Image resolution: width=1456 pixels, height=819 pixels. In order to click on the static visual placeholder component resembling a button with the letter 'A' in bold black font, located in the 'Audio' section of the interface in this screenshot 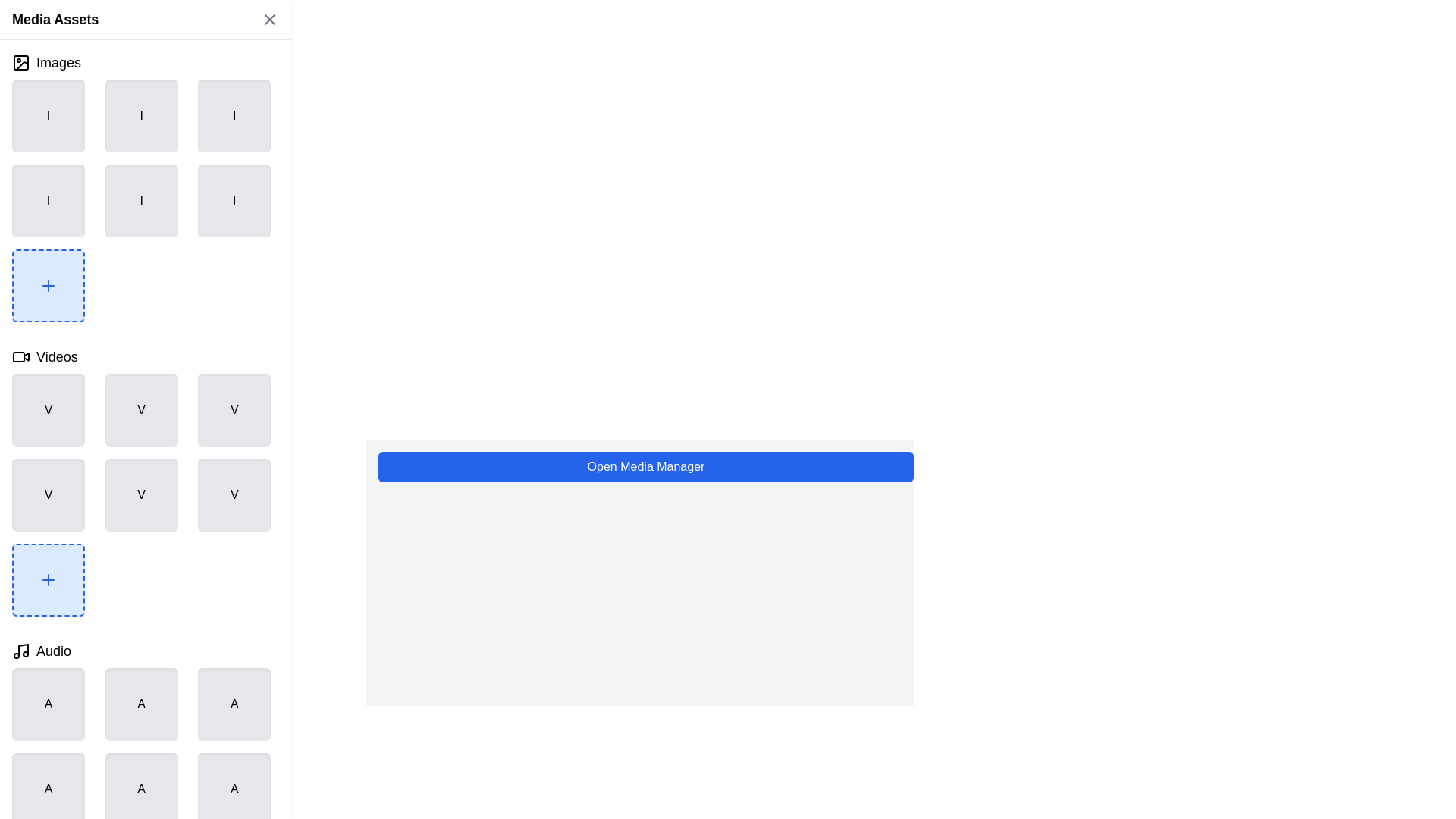, I will do `click(234, 704)`.